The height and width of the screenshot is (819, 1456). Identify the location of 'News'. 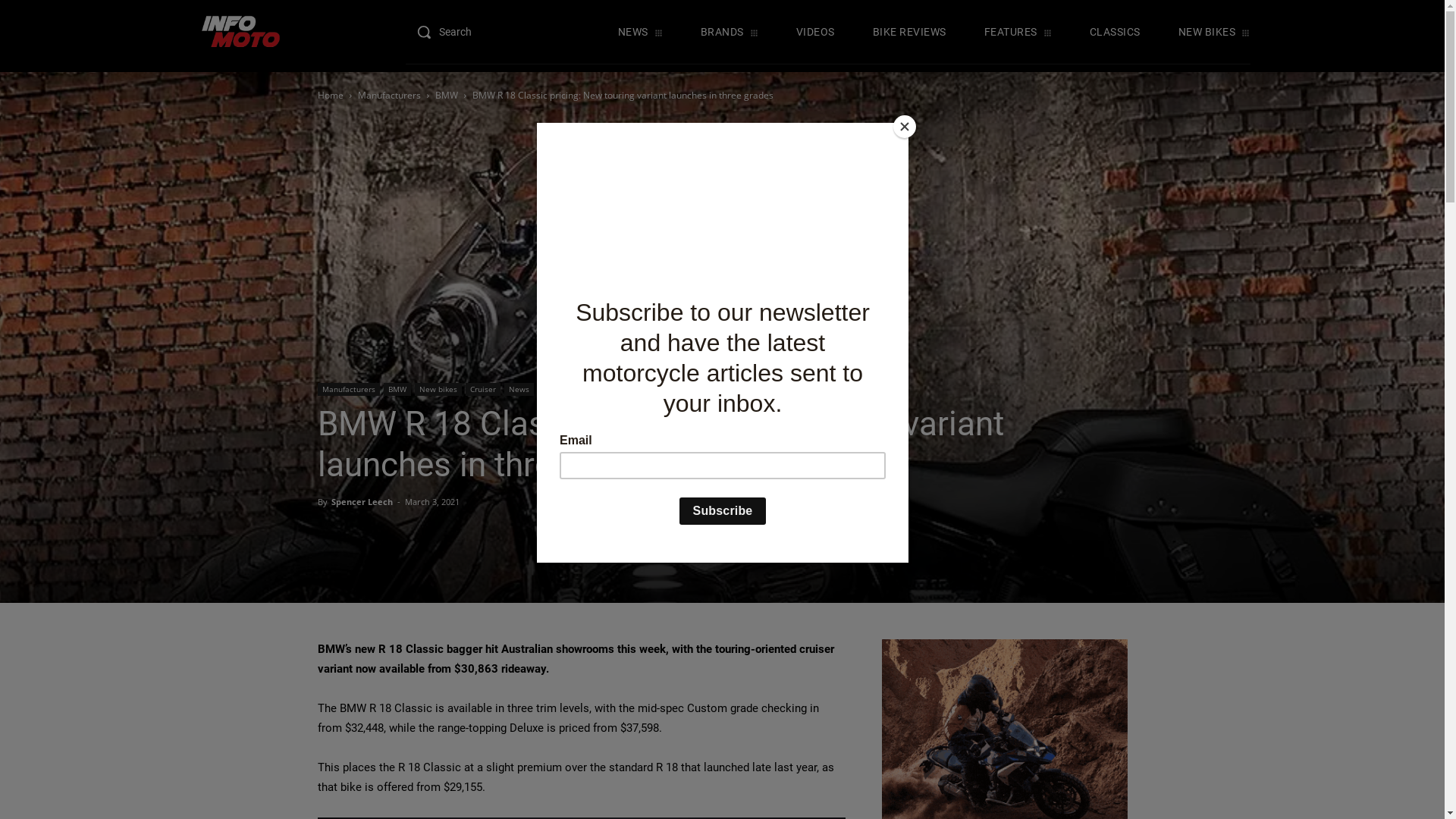
(518, 388).